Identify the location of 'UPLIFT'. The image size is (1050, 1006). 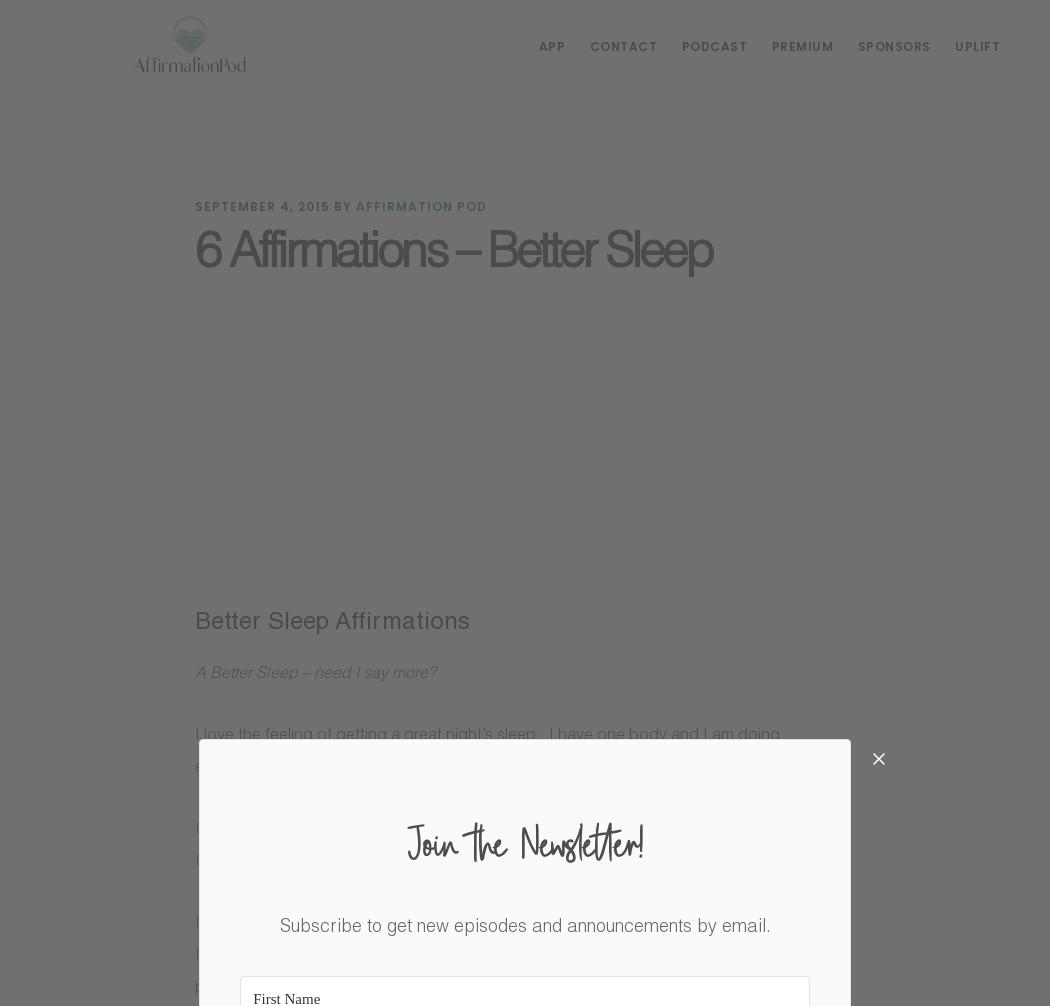
(977, 46).